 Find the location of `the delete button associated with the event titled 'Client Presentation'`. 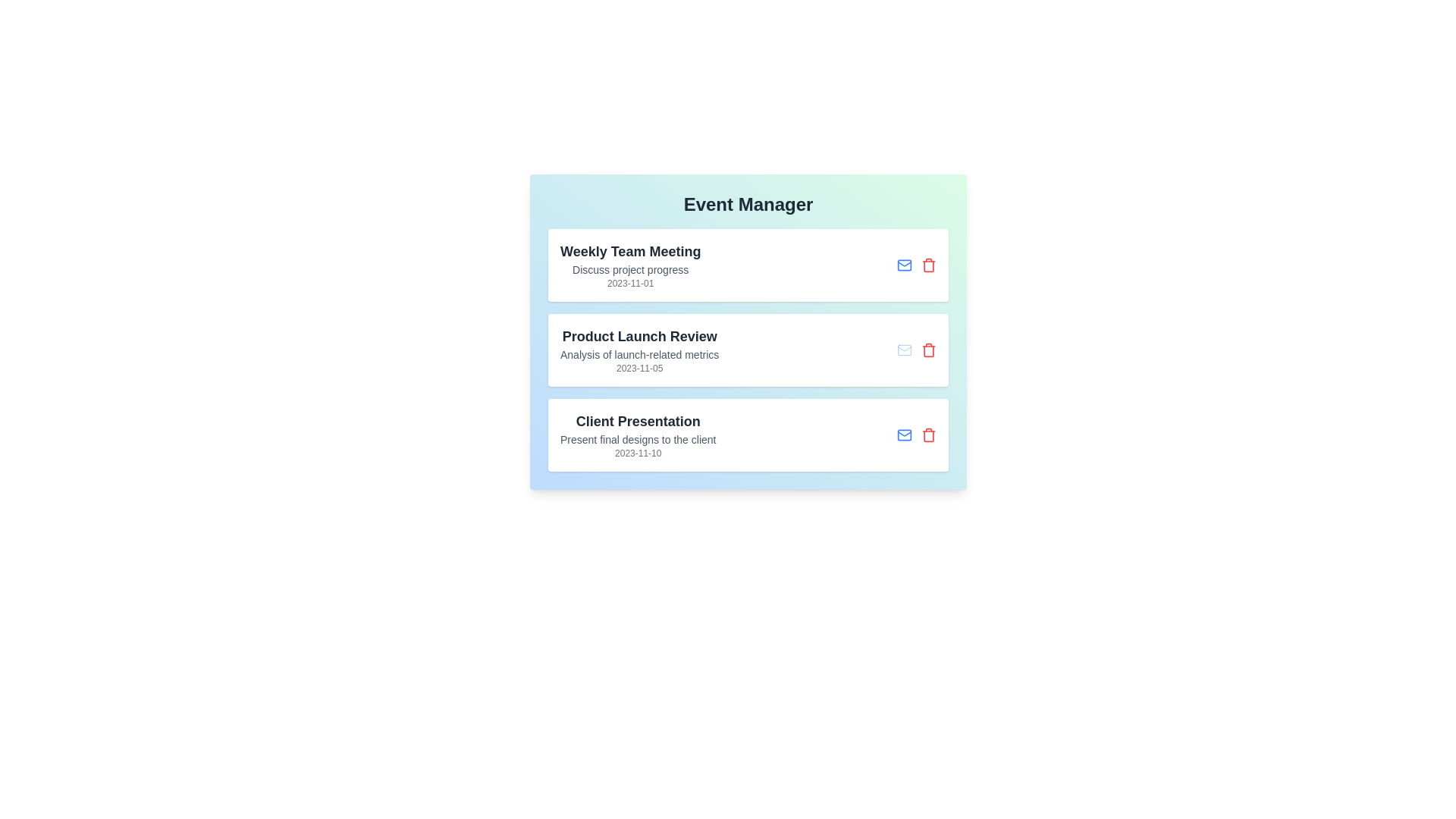

the delete button associated with the event titled 'Client Presentation' is located at coordinates (927, 435).